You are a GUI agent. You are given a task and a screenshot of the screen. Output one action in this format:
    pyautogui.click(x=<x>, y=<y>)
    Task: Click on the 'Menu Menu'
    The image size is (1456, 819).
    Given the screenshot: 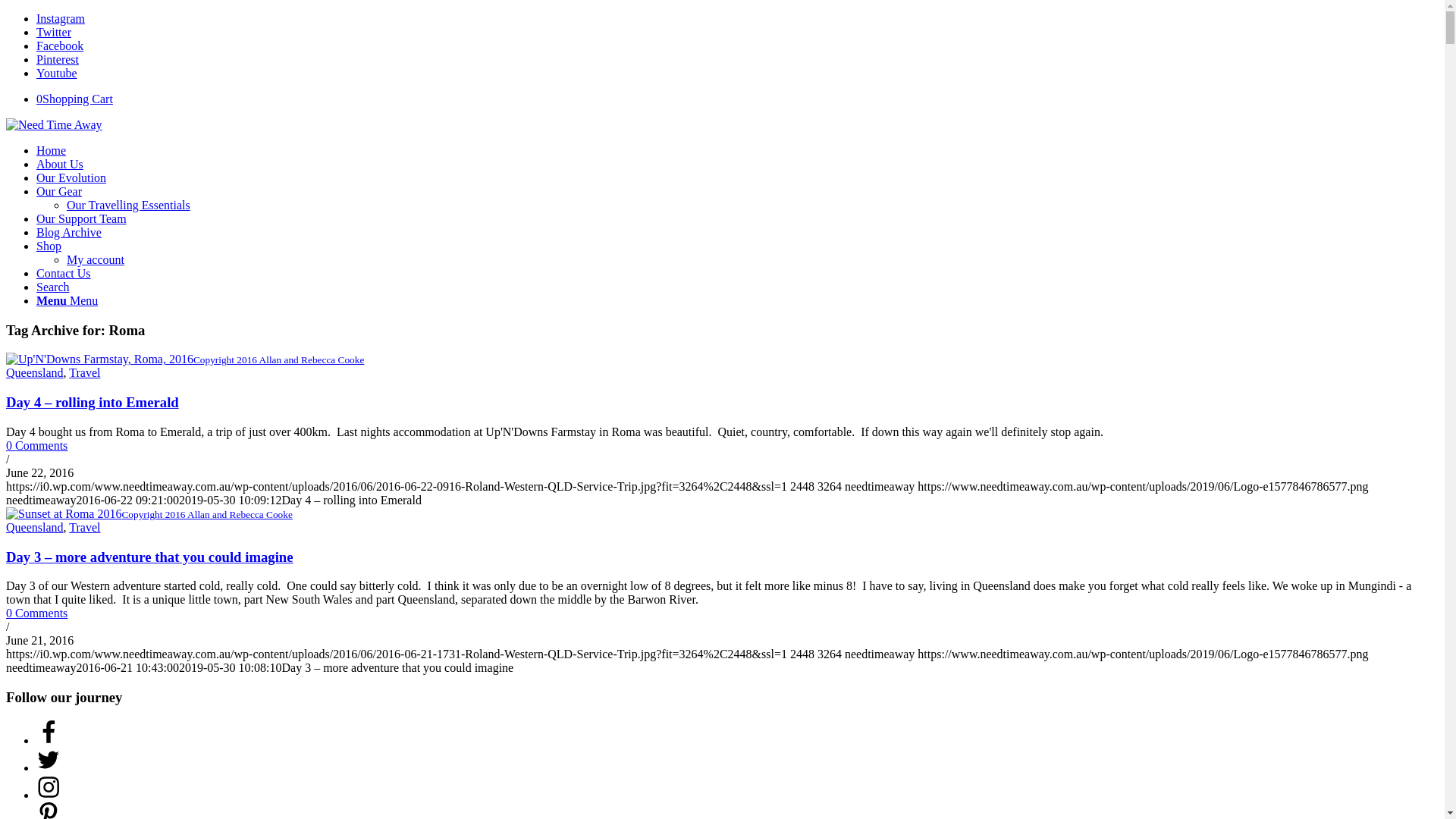 What is the action you would take?
    pyautogui.click(x=66, y=300)
    